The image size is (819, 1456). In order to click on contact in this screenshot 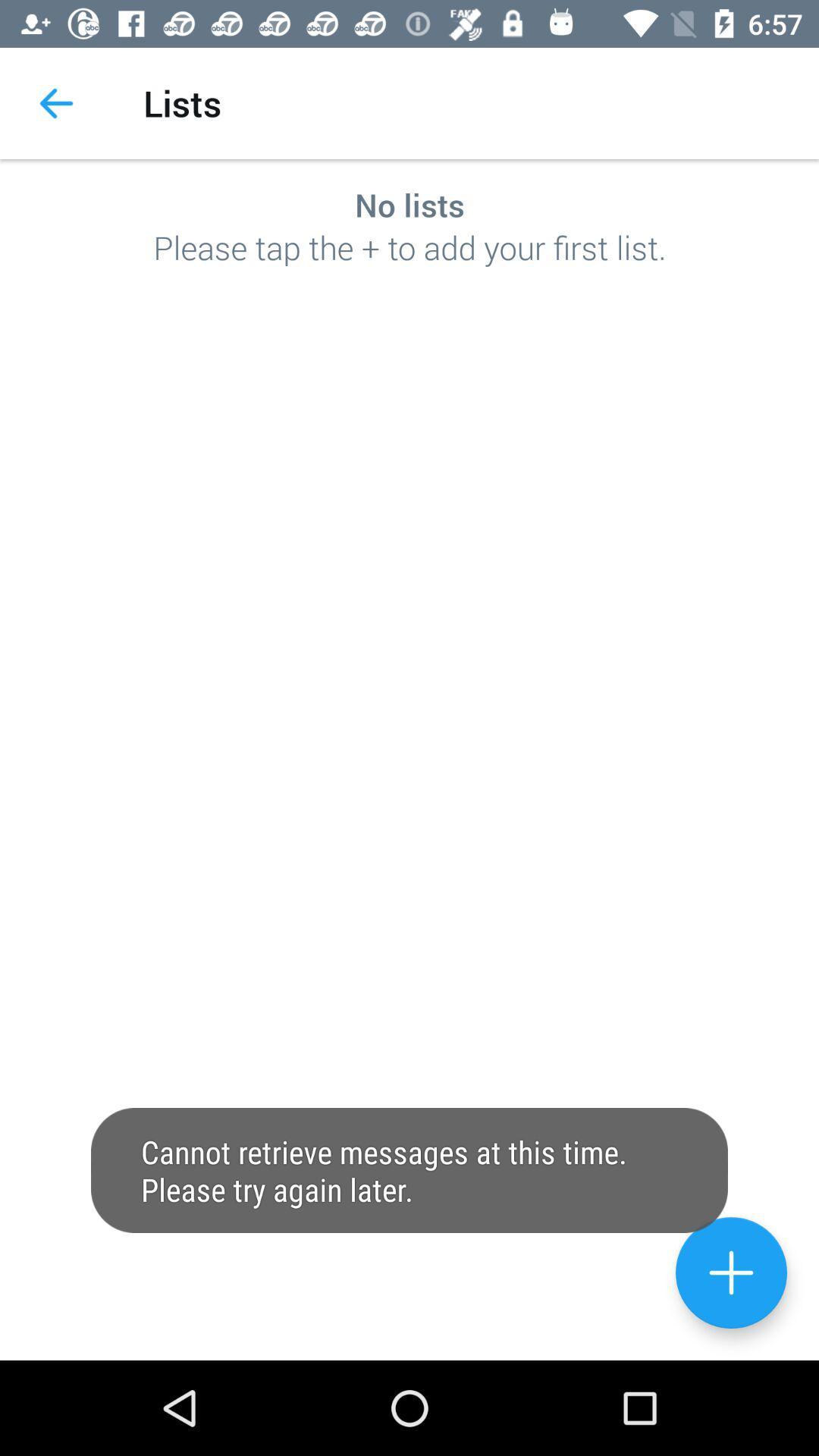, I will do `click(730, 1272)`.